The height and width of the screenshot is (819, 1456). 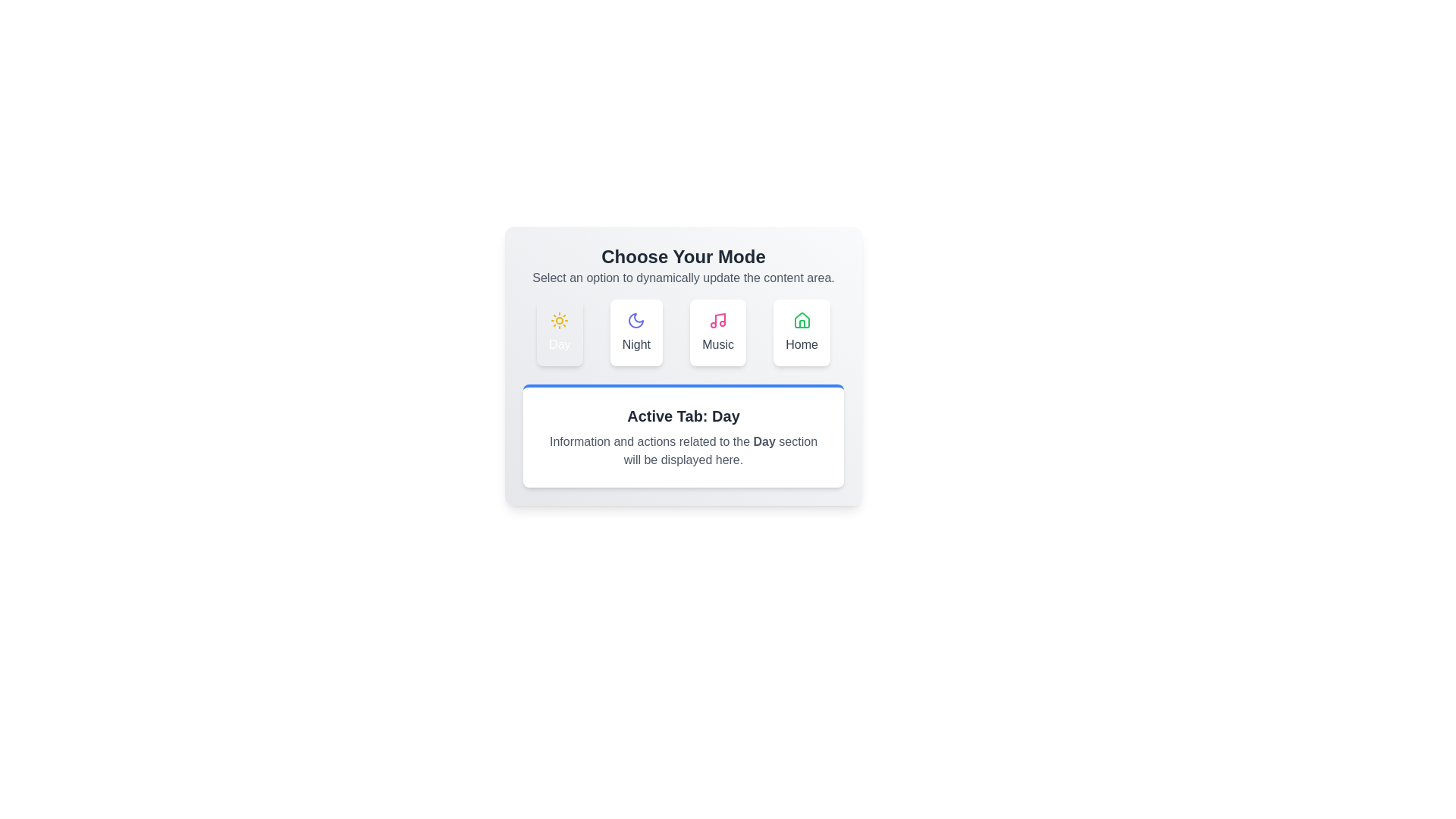 What do you see at coordinates (559, 332) in the screenshot?
I see `the 'Day' mode button, which is the first button in the 'Choose Your Mode' group` at bounding box center [559, 332].